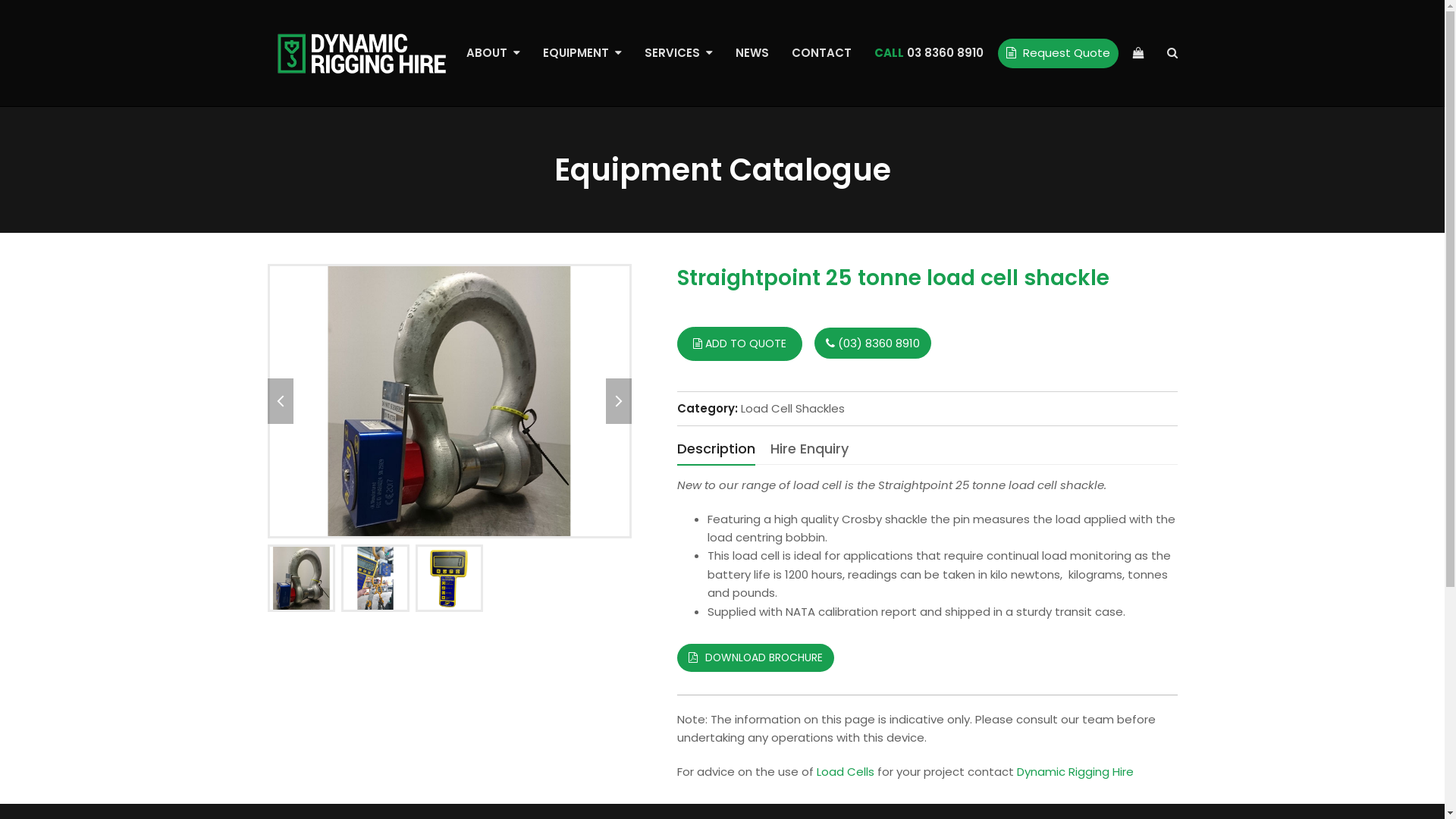 Image resolution: width=1456 pixels, height=819 pixels. What do you see at coordinates (739, 407) in the screenshot?
I see `'Load Cell Shackles'` at bounding box center [739, 407].